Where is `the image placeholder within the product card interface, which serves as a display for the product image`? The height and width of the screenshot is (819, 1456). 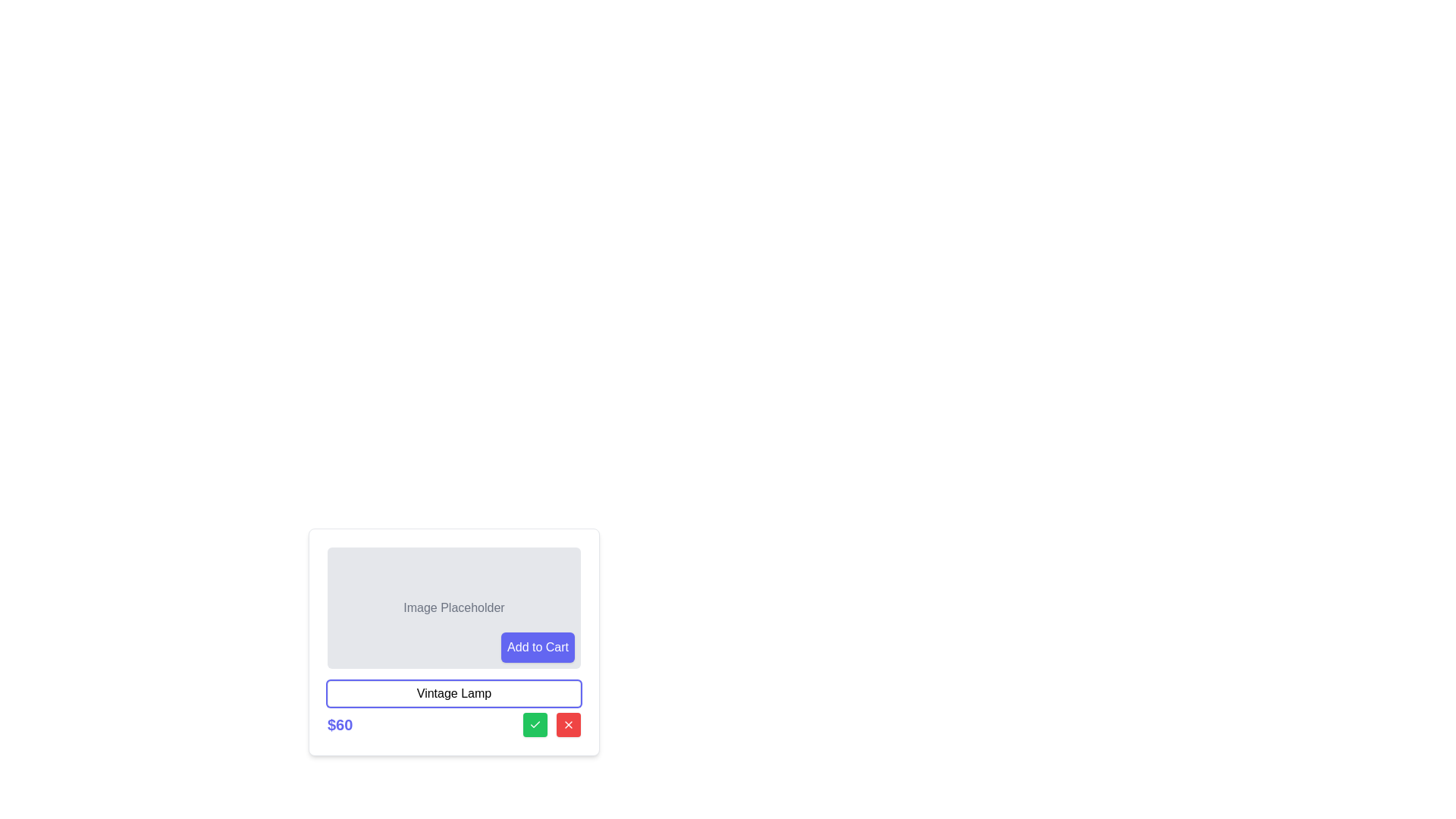 the image placeholder within the product card interface, which serves as a display for the product image is located at coordinates (453, 642).